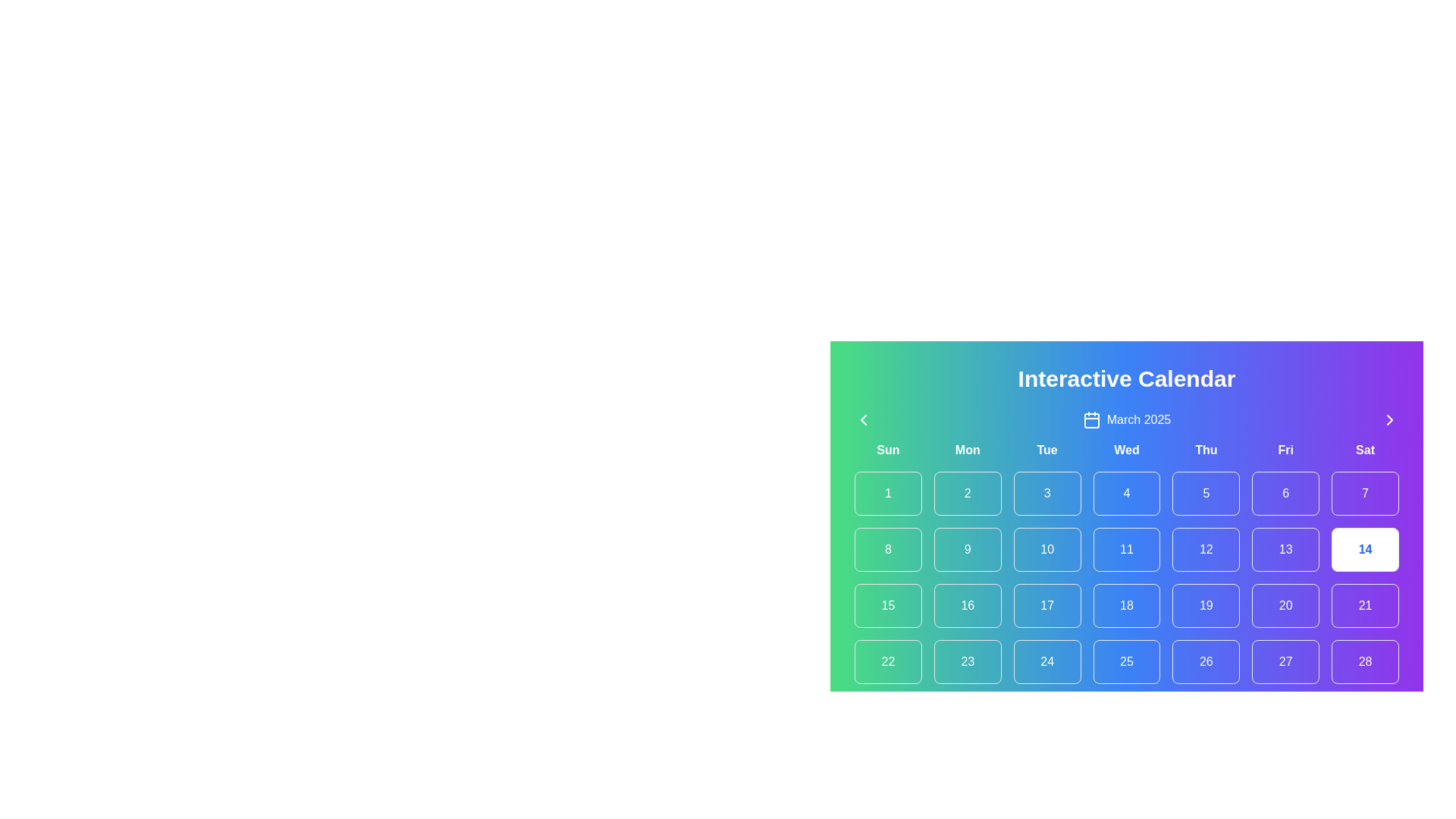 Image resolution: width=1456 pixels, height=819 pixels. Describe the element at coordinates (1127, 507) in the screenshot. I see `the calendar date cell displaying the number '4' under the 'Wed' column in the March 2025 calendar` at that location.